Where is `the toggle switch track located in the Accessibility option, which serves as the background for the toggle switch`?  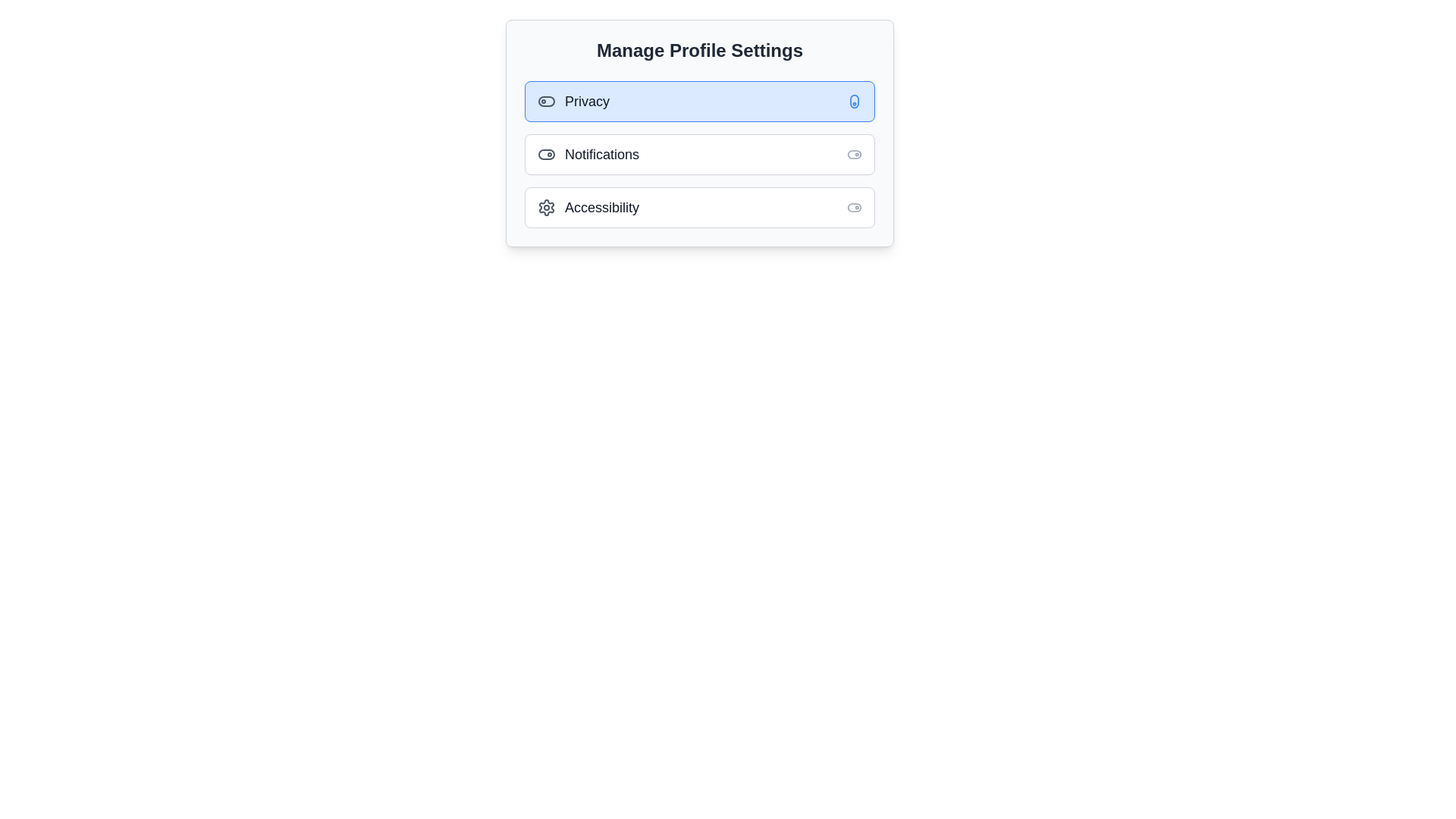
the toggle switch track located in the Accessibility option, which serves as the background for the toggle switch is located at coordinates (855, 207).